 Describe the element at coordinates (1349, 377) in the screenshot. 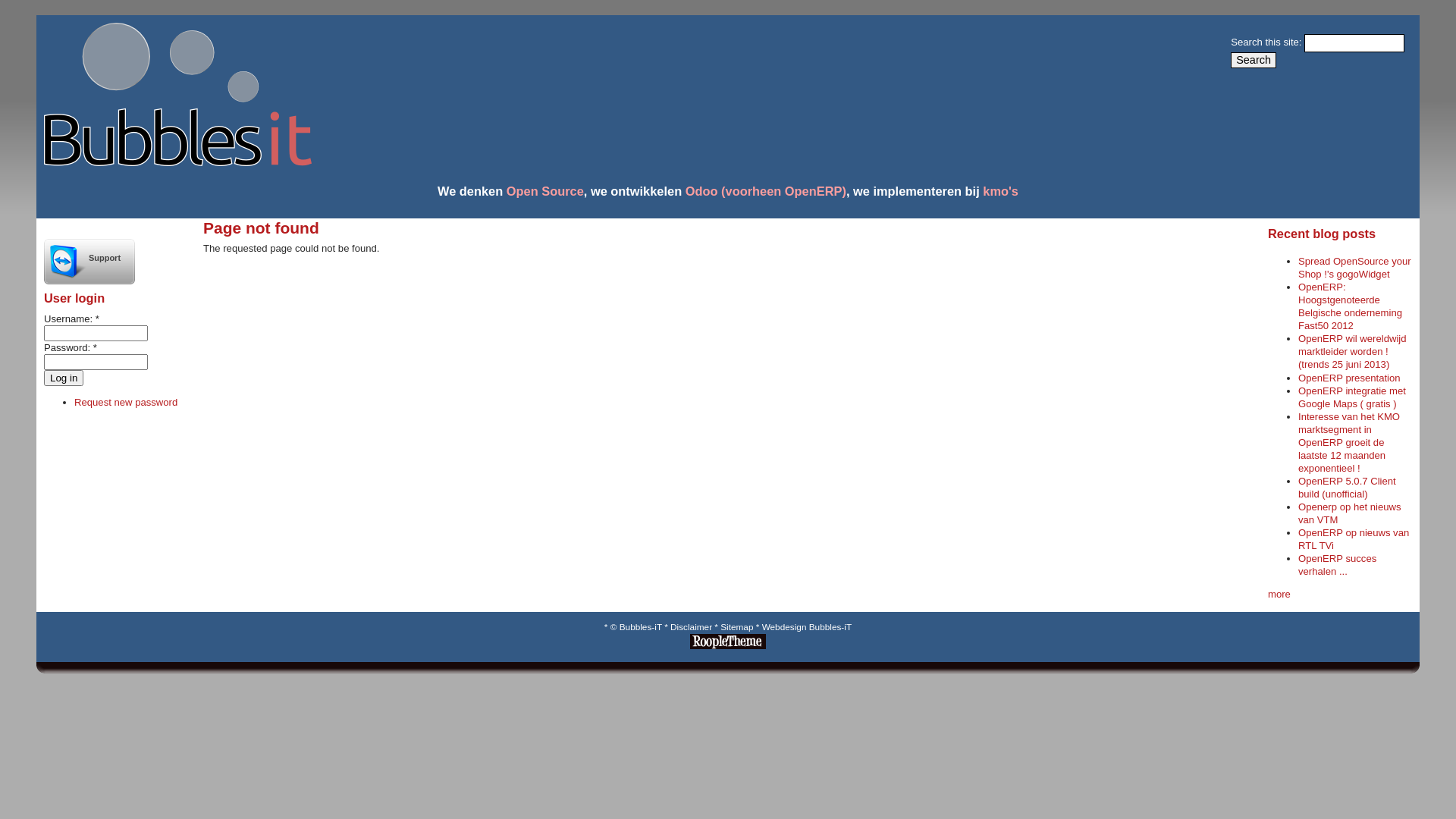

I see `'OpenERP presentation'` at that location.